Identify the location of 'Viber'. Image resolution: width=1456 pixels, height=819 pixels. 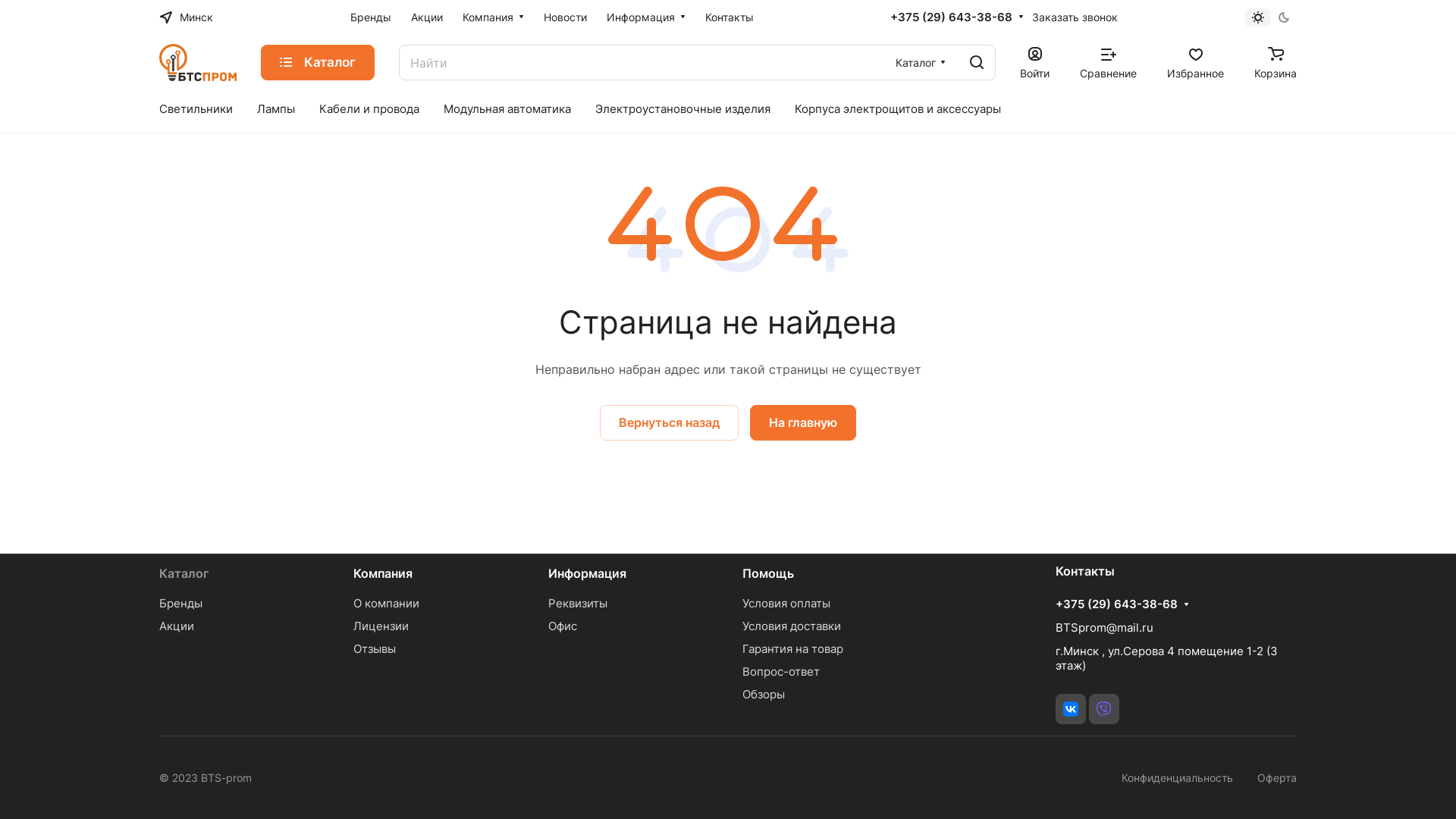
(1103, 708).